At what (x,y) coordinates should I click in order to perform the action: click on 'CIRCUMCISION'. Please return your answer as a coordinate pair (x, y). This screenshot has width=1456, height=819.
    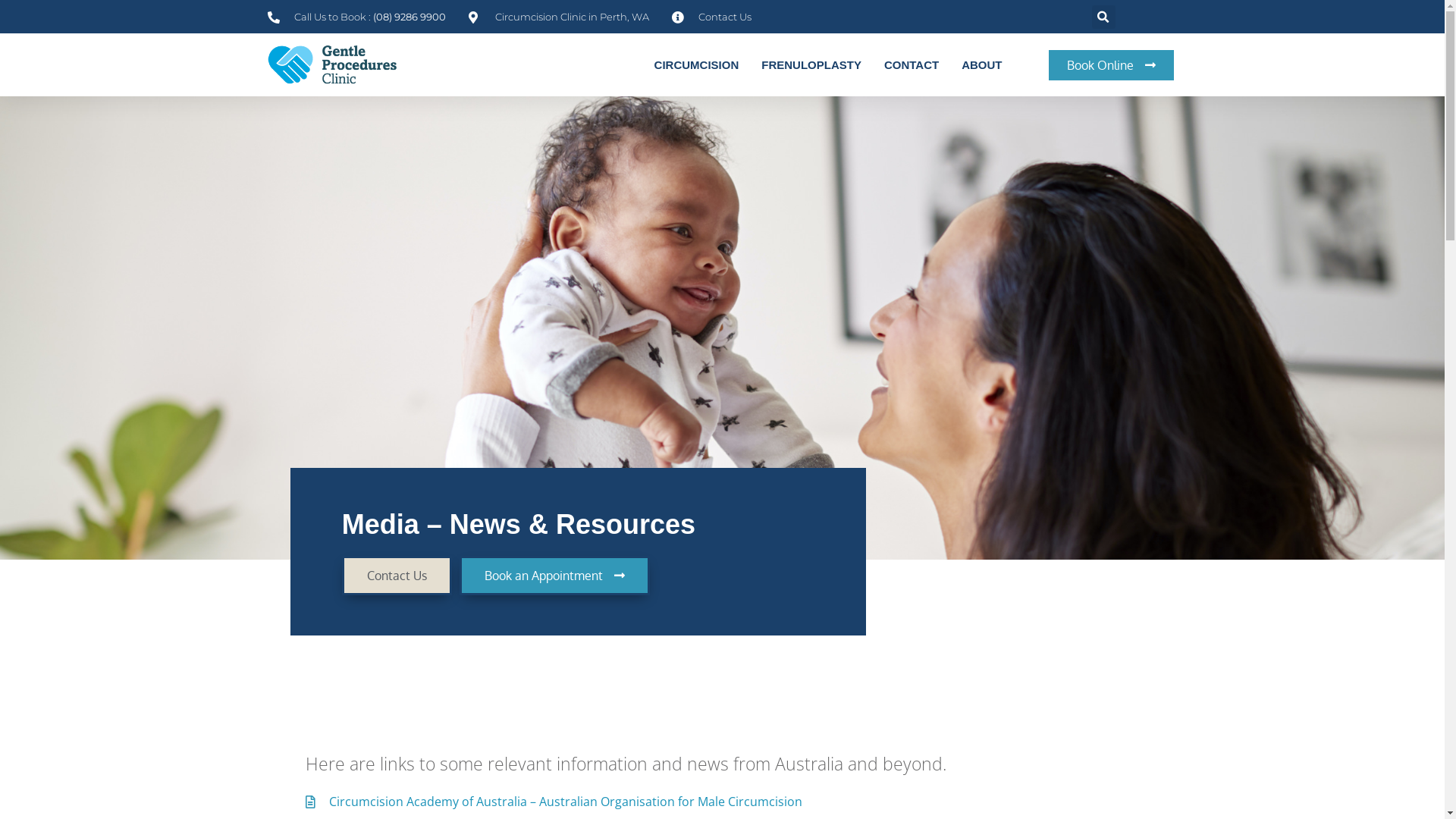
    Looking at the image, I should click on (695, 64).